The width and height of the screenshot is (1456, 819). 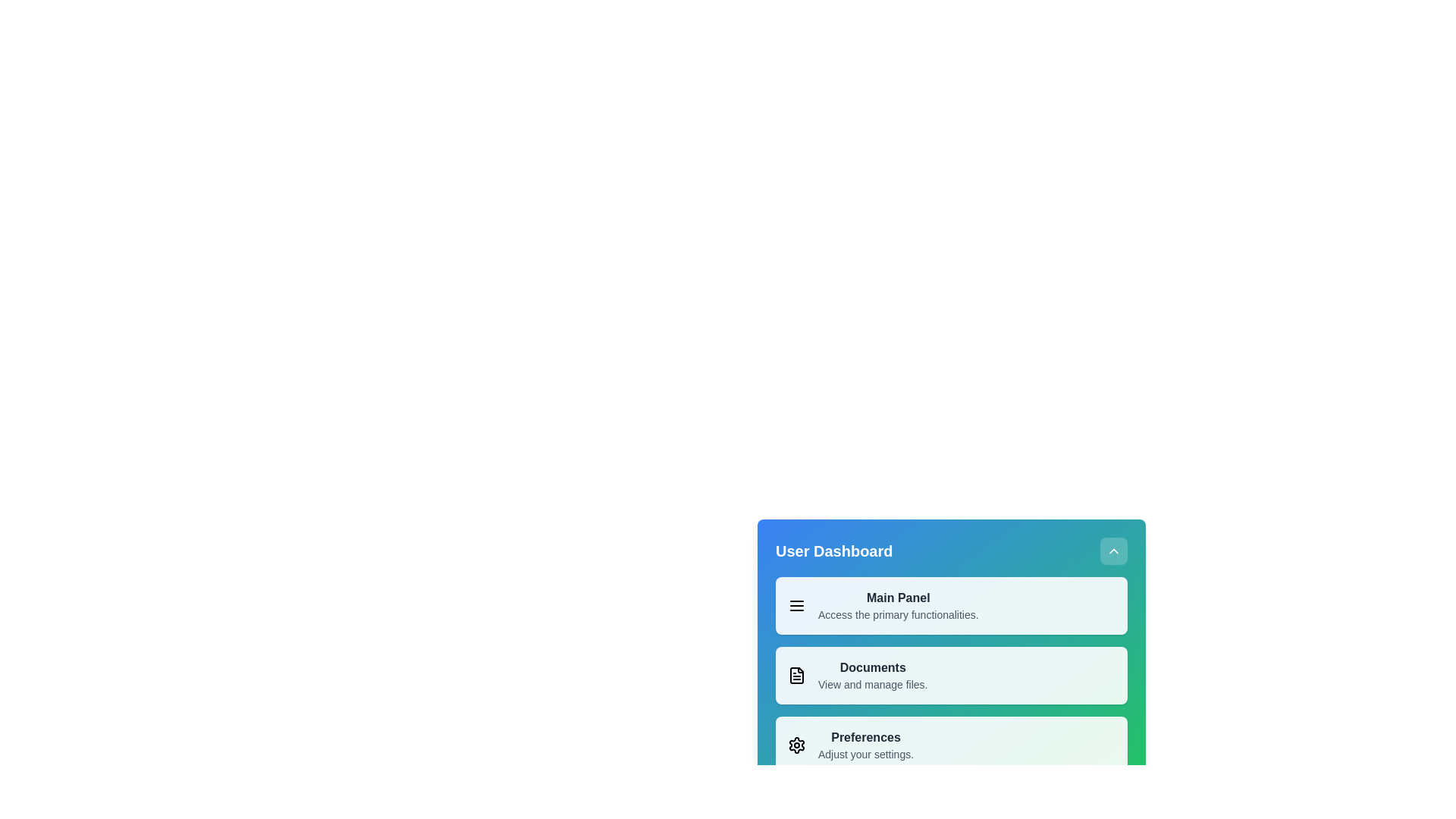 What do you see at coordinates (1113, 551) in the screenshot?
I see `the toggle button to change the panel visibility` at bounding box center [1113, 551].